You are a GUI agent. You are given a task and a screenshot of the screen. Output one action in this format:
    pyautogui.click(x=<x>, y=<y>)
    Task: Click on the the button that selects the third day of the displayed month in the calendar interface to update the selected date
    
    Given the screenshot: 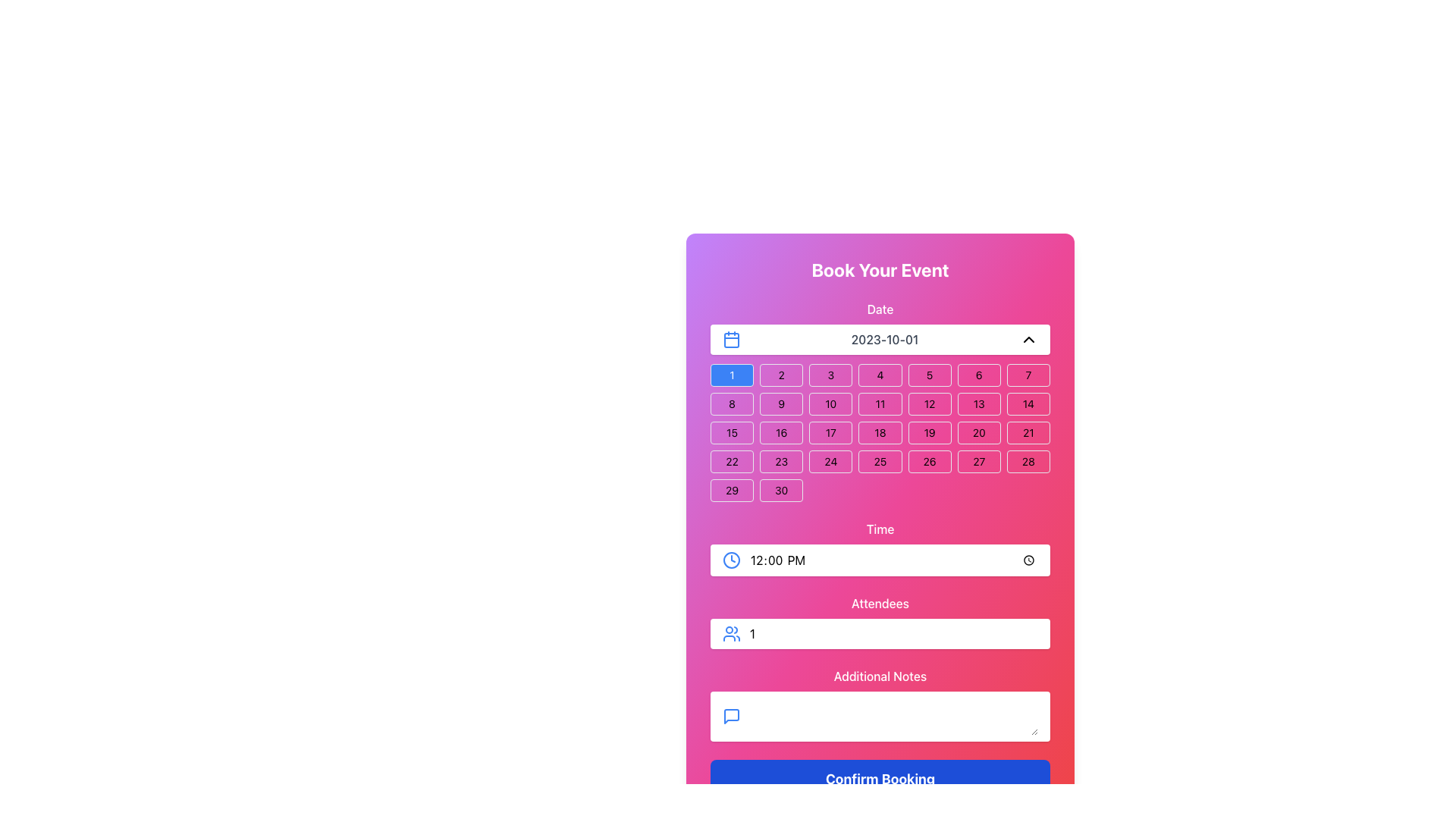 What is the action you would take?
    pyautogui.click(x=830, y=375)
    